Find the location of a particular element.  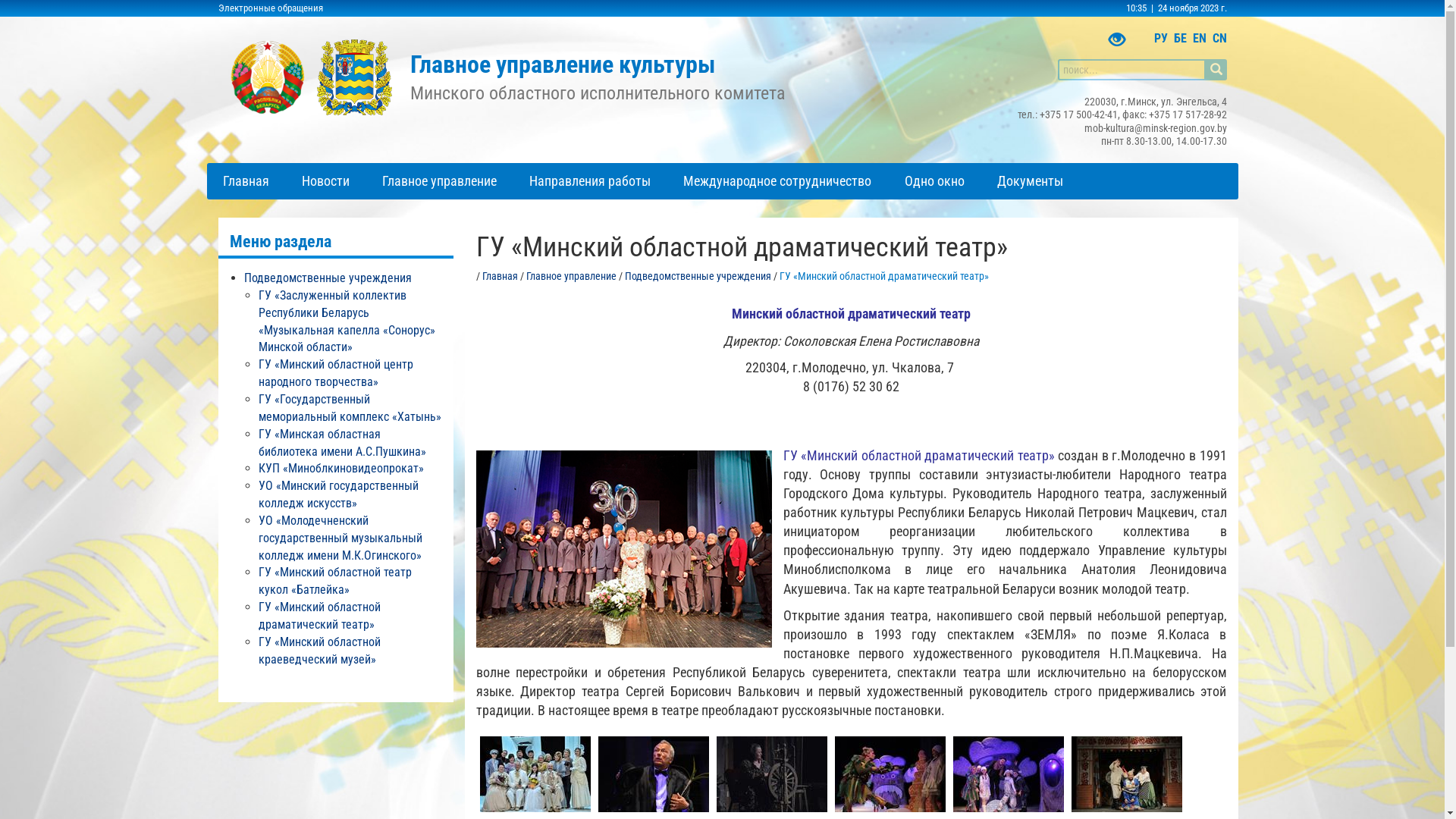

'EN' is located at coordinates (1197, 37).